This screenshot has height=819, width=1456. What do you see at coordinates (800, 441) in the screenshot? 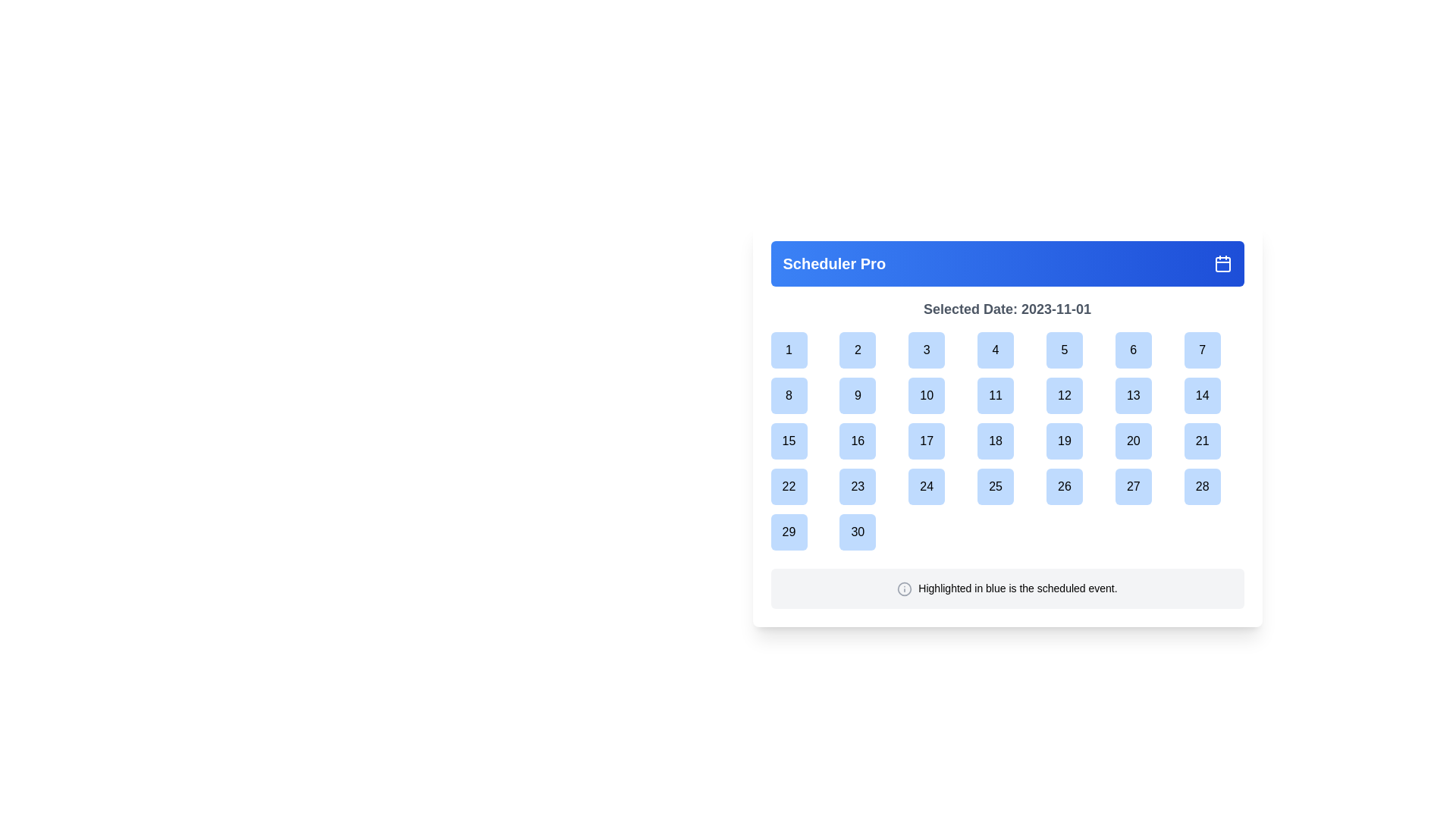
I see `the calendar cell displaying the number '15' with a light blue background` at bounding box center [800, 441].